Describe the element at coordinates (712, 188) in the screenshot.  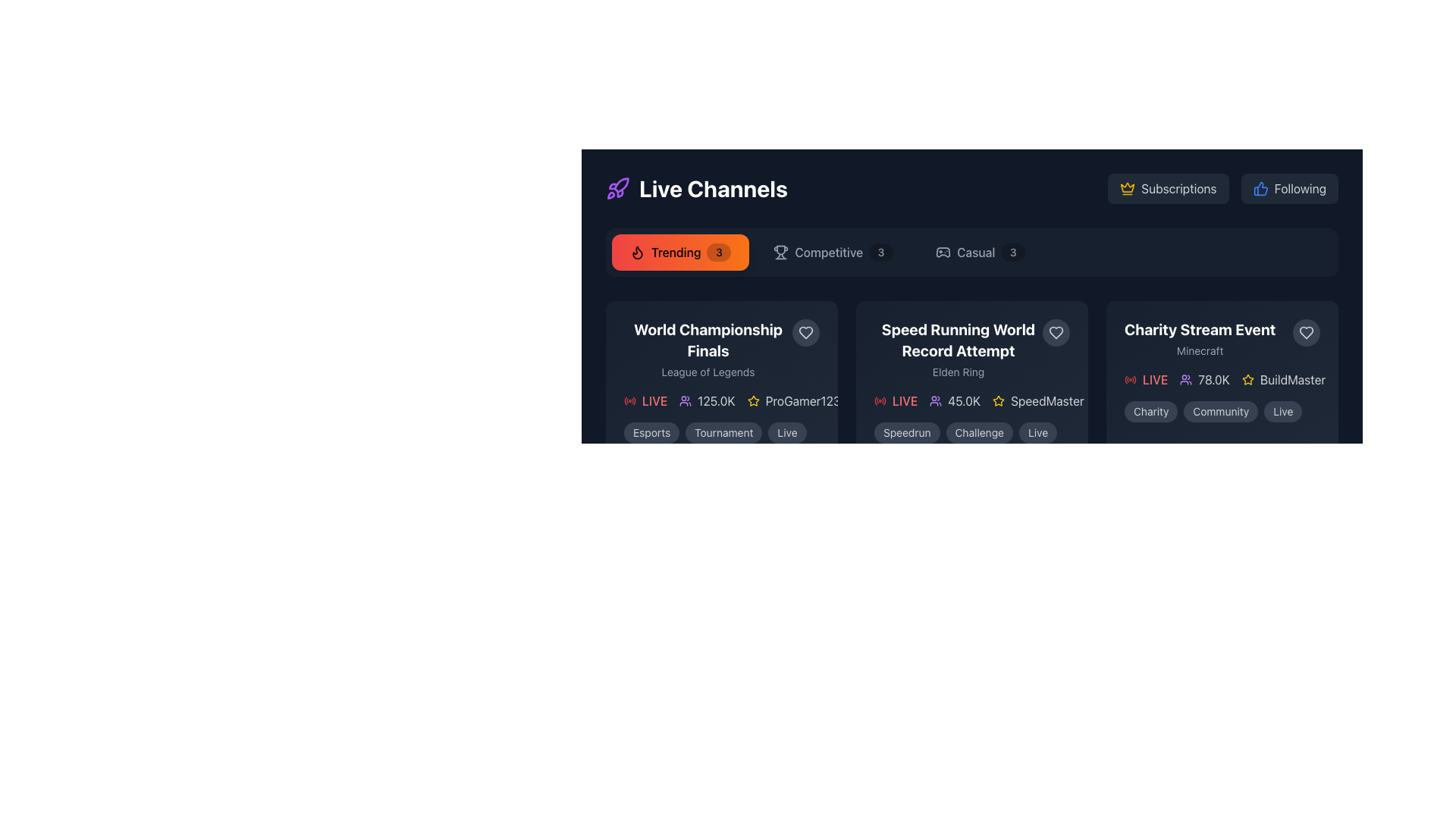
I see `the header text that categorizes the content as 'Live Channels', located just right of a purple rocket icon at the top-left area of the interface` at that location.